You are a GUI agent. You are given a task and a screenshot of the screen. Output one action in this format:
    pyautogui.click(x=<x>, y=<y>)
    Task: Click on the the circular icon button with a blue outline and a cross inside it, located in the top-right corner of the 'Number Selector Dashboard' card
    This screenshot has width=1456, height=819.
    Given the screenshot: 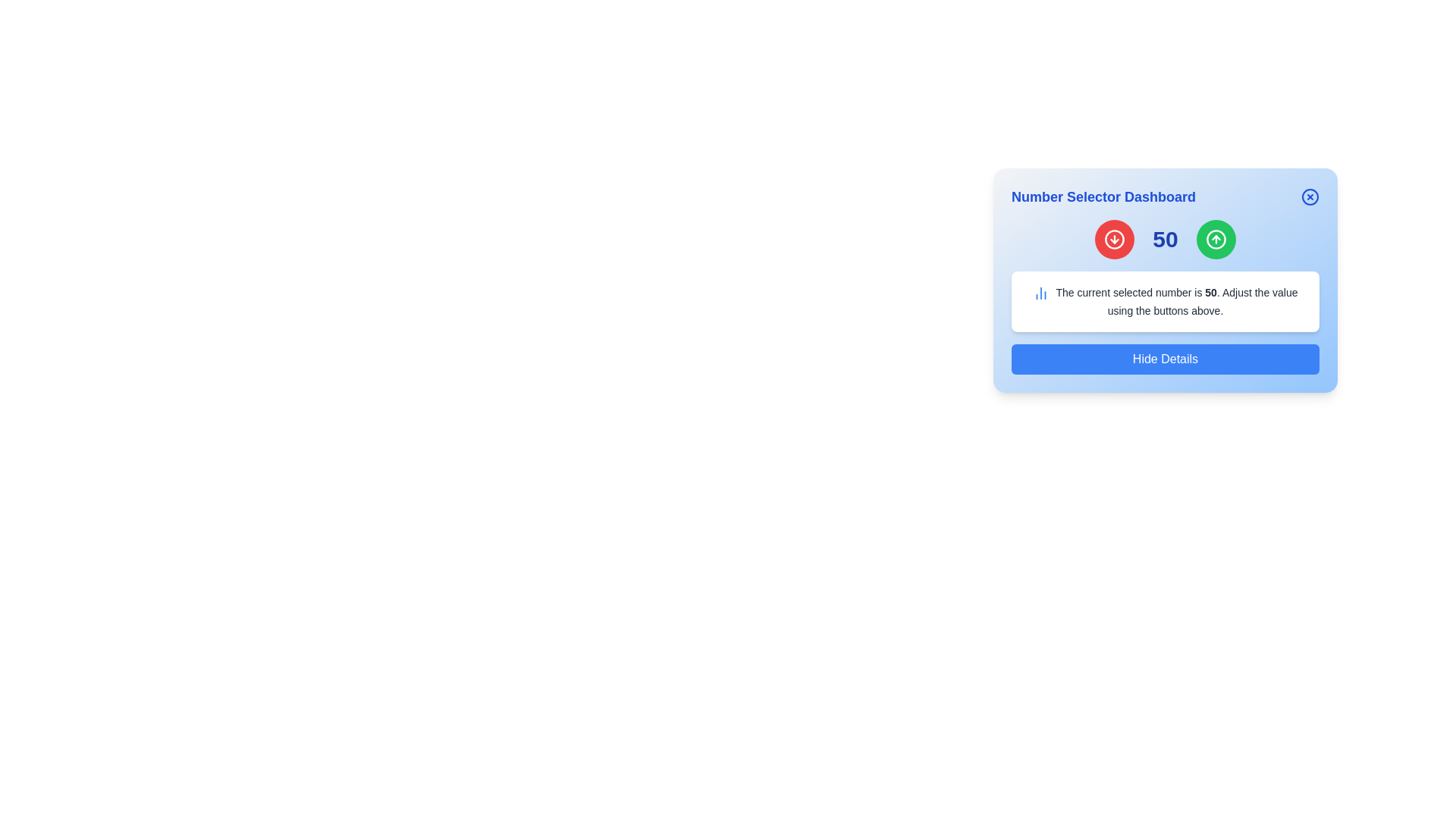 What is the action you would take?
    pyautogui.click(x=1310, y=196)
    